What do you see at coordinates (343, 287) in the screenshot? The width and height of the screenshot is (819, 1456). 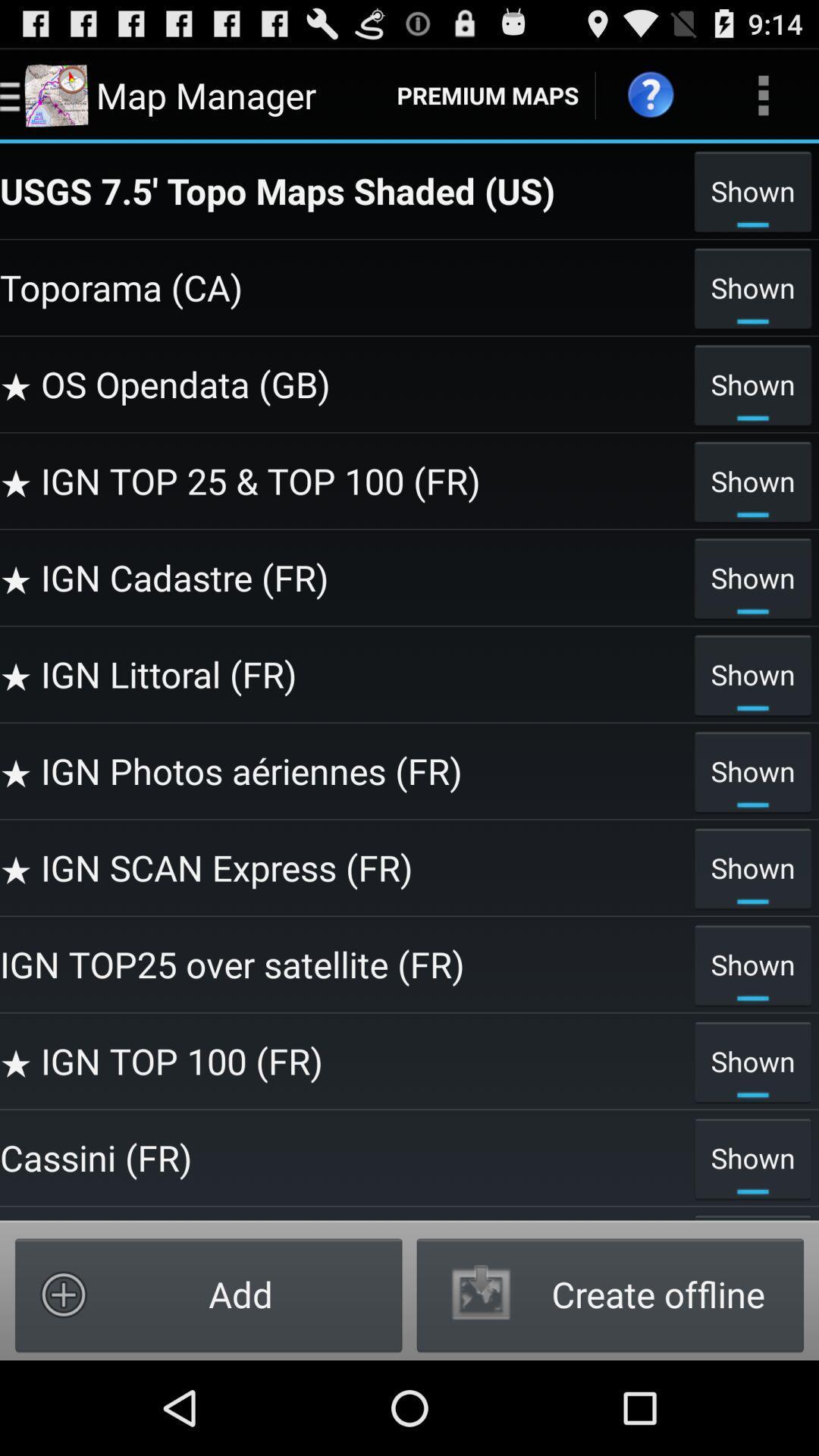 I see `the item next to shown item` at bounding box center [343, 287].